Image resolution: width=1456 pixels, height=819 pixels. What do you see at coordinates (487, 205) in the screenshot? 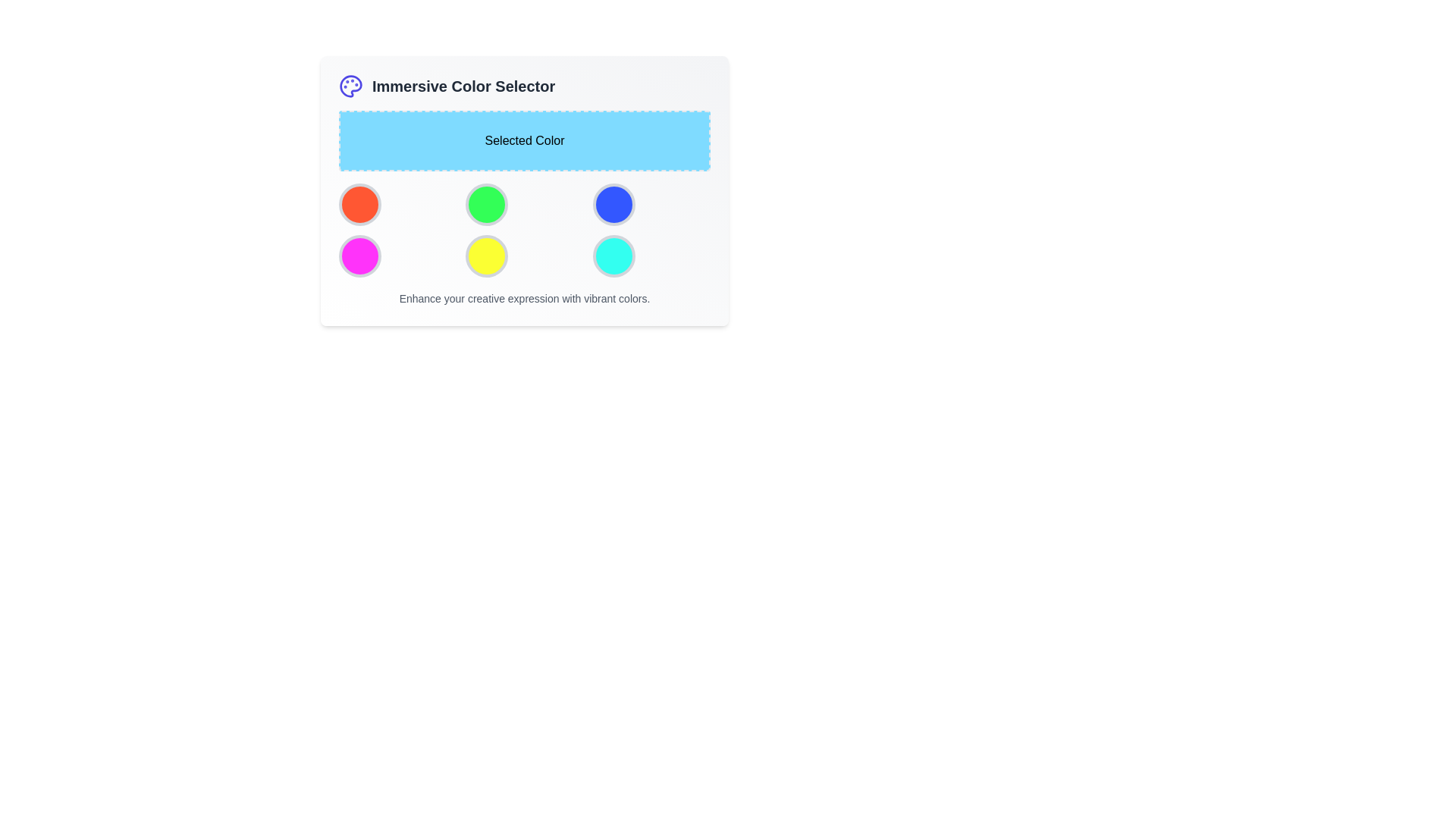
I see `the circular button with a green fill and gray border, which is the second item in the first row of a grid layout containing six buttons` at bounding box center [487, 205].